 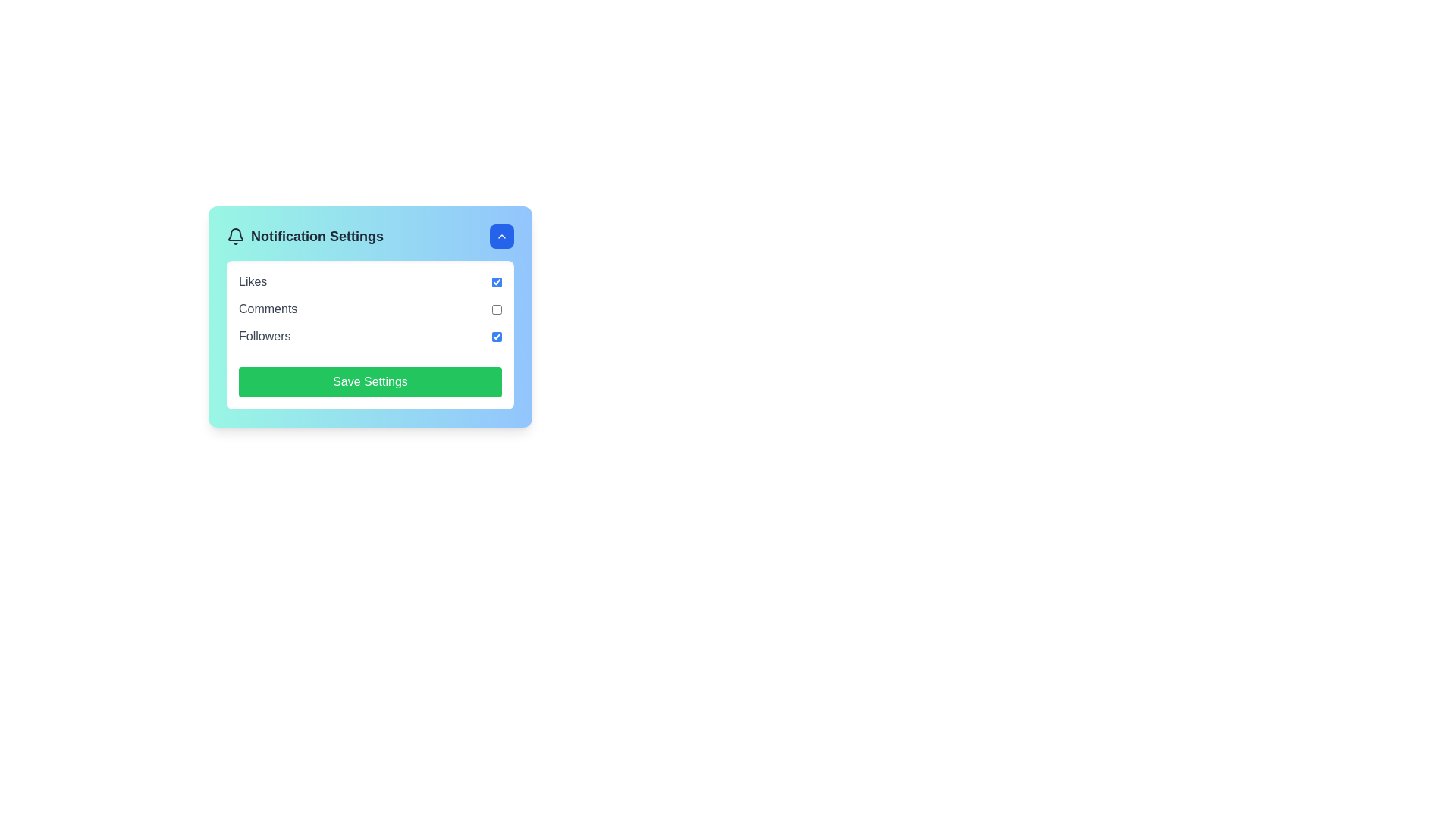 I want to click on the bell icon, which is outlined in black and located to the left of the 'Notification Settings' text, so click(x=235, y=237).